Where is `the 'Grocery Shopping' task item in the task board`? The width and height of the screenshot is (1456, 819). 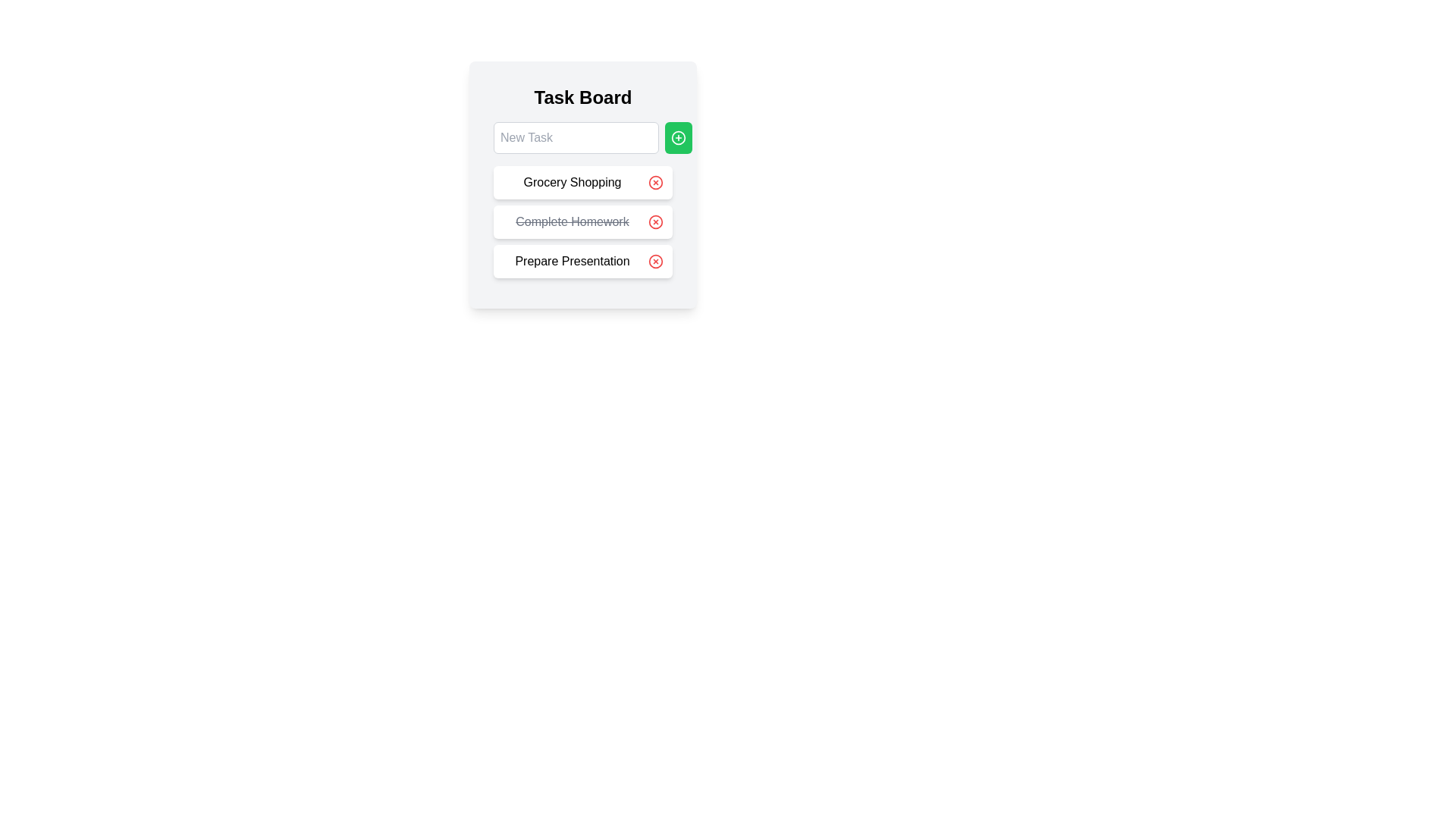 the 'Grocery Shopping' task item in the task board is located at coordinates (582, 181).